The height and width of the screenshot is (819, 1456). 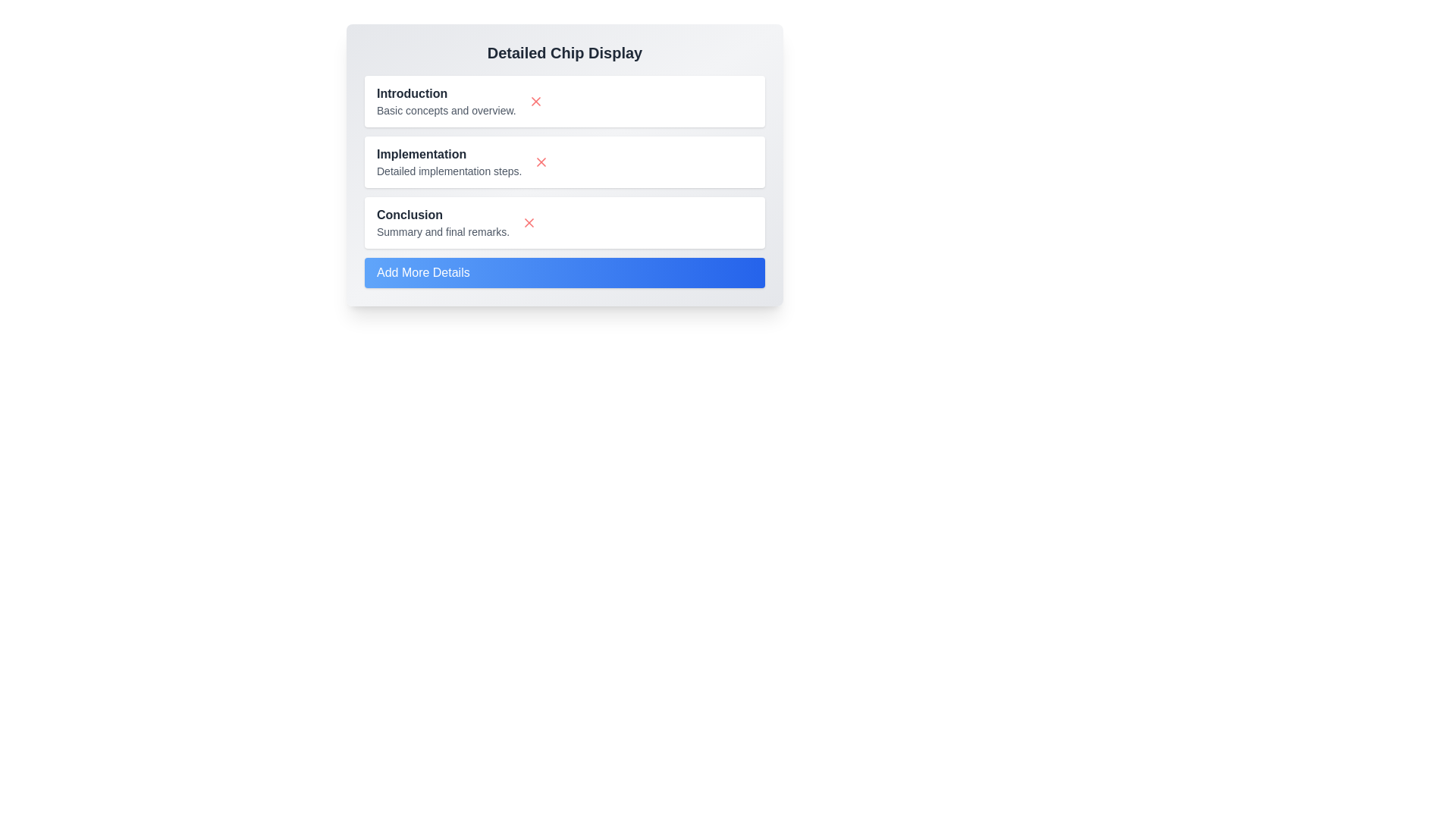 What do you see at coordinates (563, 271) in the screenshot?
I see `the 'Add More Details' button to add a new chip` at bounding box center [563, 271].